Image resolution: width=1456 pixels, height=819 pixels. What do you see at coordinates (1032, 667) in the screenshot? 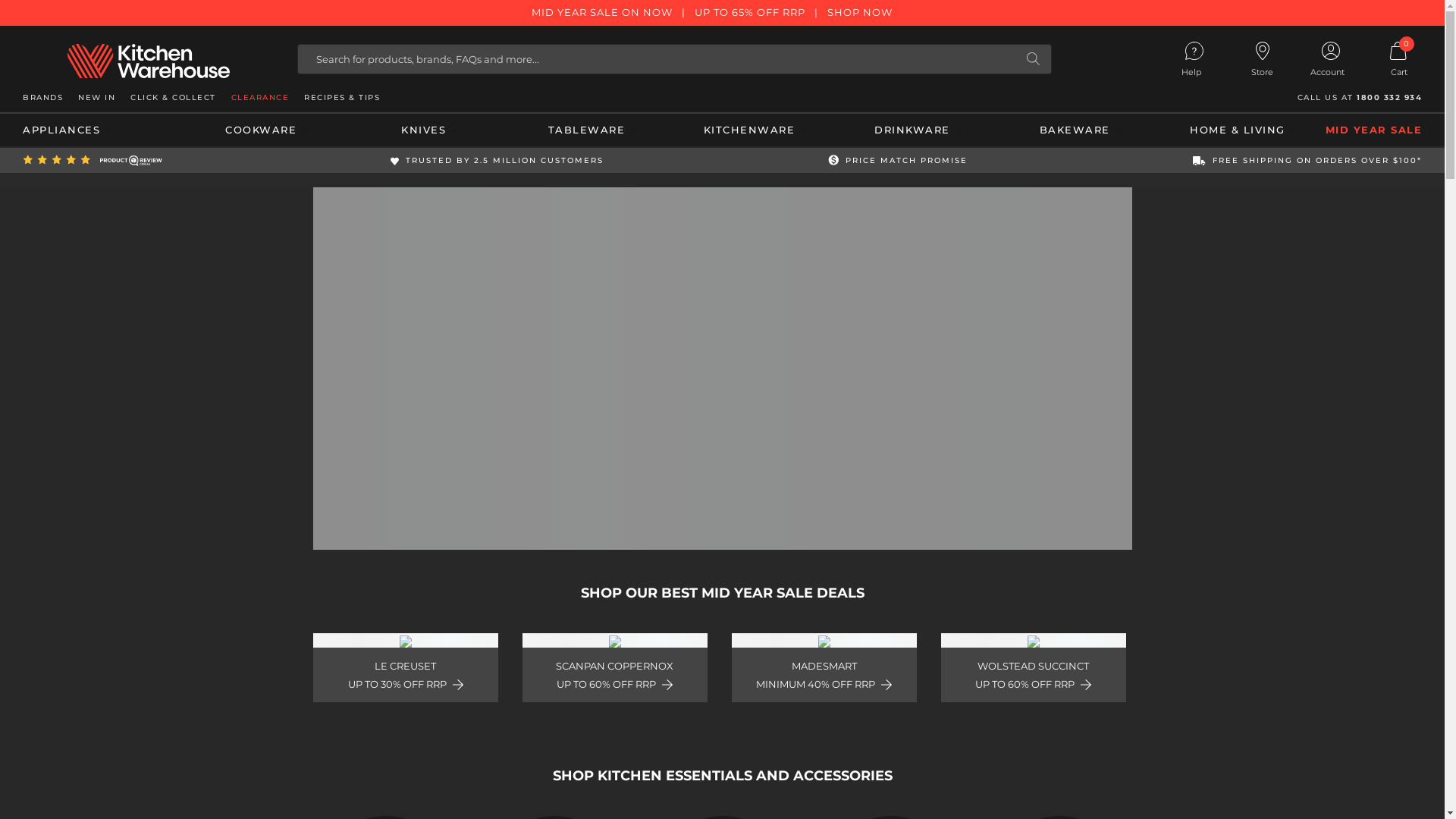
I see `'WOLSTEAD SUCCINCT` at bounding box center [1032, 667].